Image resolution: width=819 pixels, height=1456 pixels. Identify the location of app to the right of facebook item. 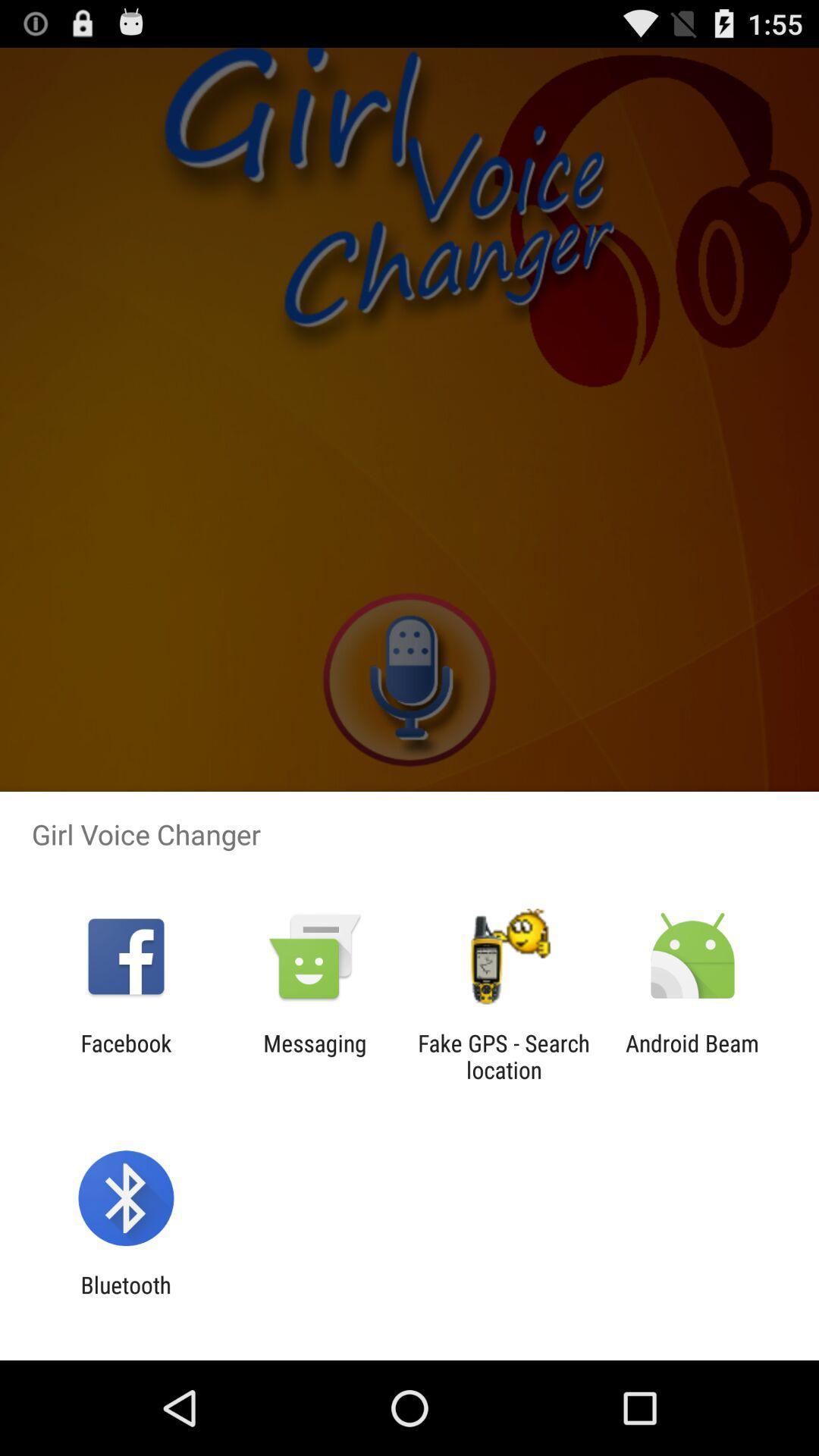
(314, 1056).